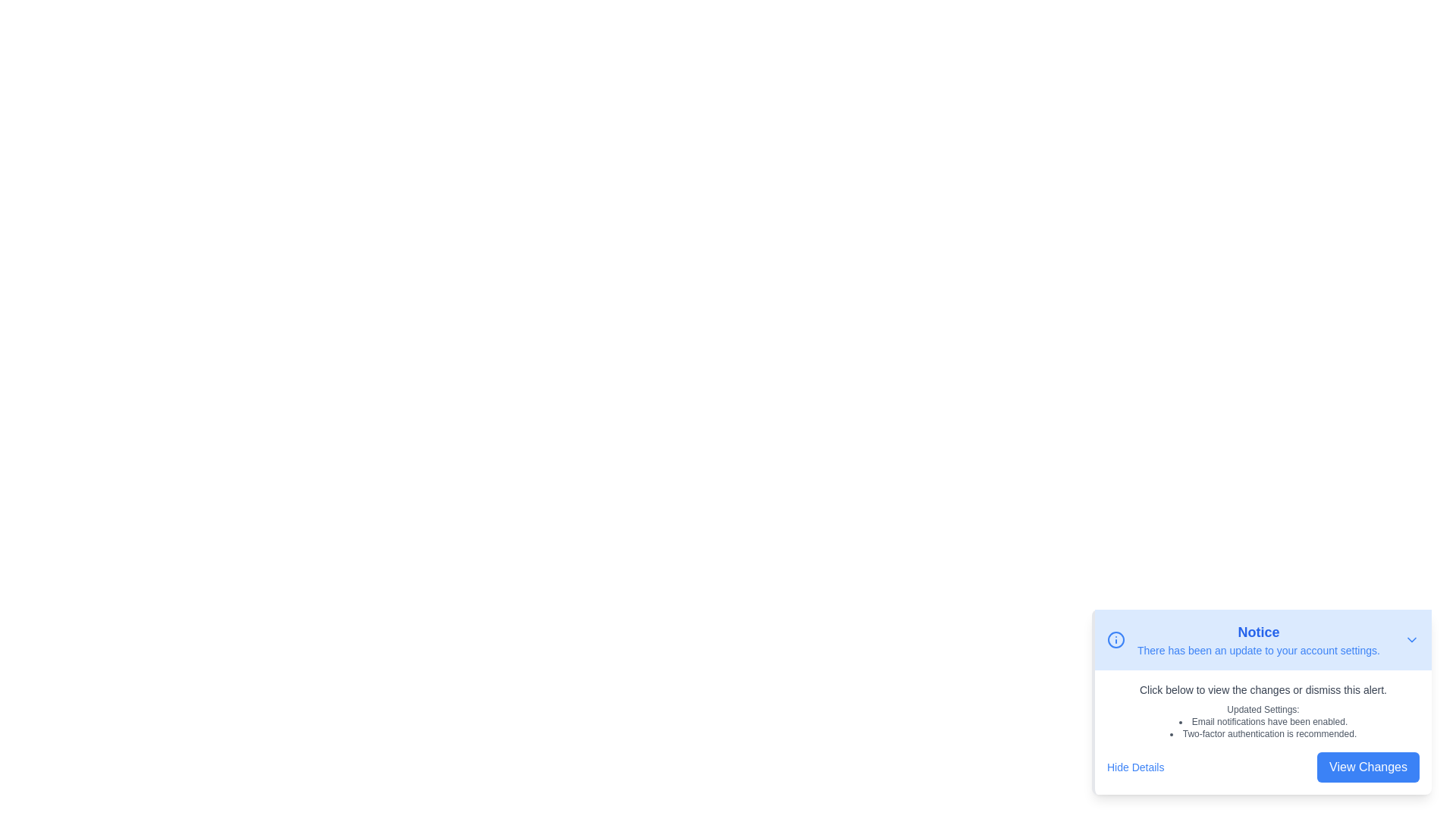  I want to click on the Icon button located at the upper-right corner of the notification box, which serves as a dropdown toggle for expanding or collapsing the associated content, so click(1411, 640).